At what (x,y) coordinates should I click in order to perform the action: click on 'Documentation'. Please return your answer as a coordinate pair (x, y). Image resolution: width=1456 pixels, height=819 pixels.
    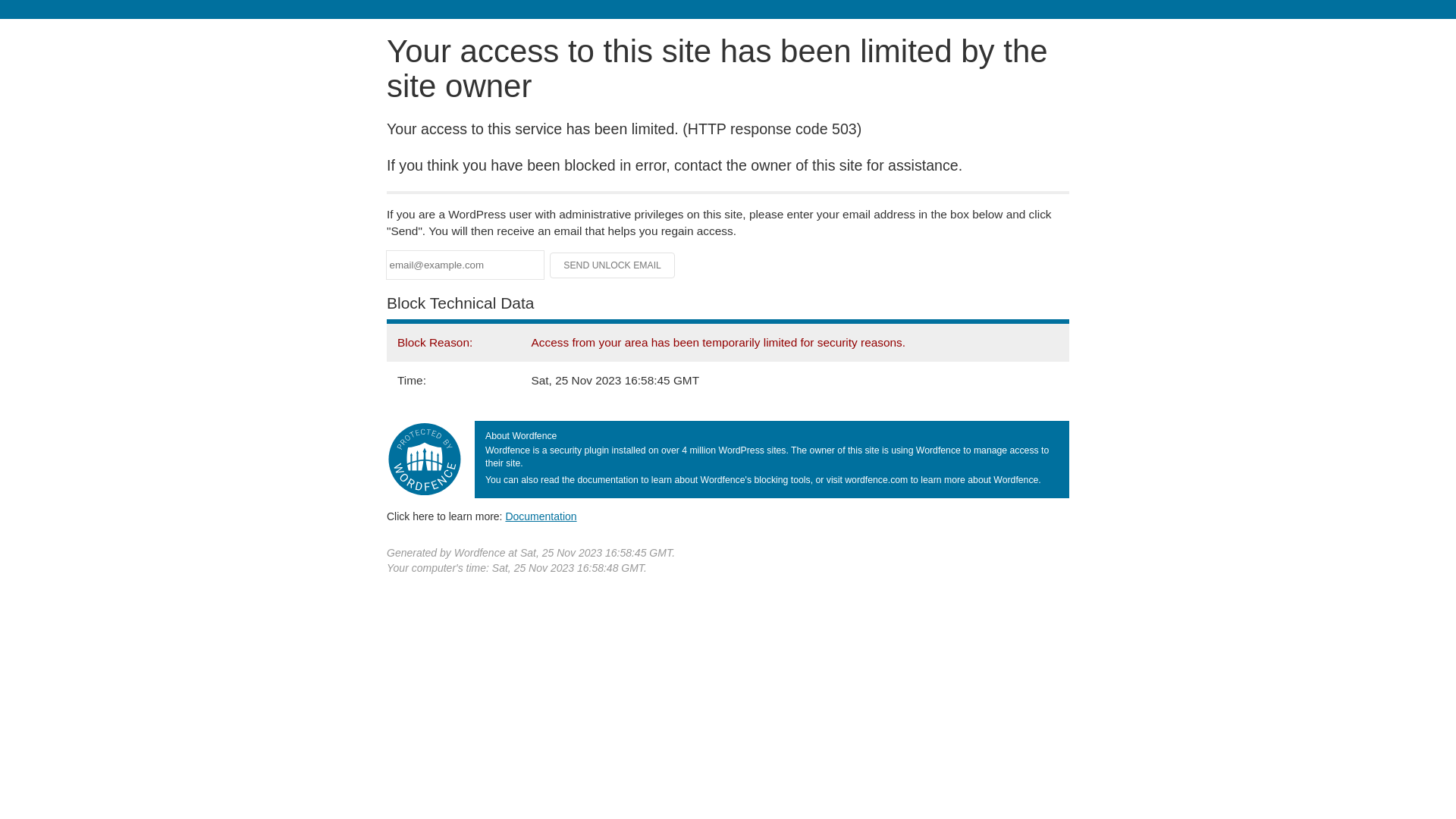
    Looking at the image, I should click on (541, 516).